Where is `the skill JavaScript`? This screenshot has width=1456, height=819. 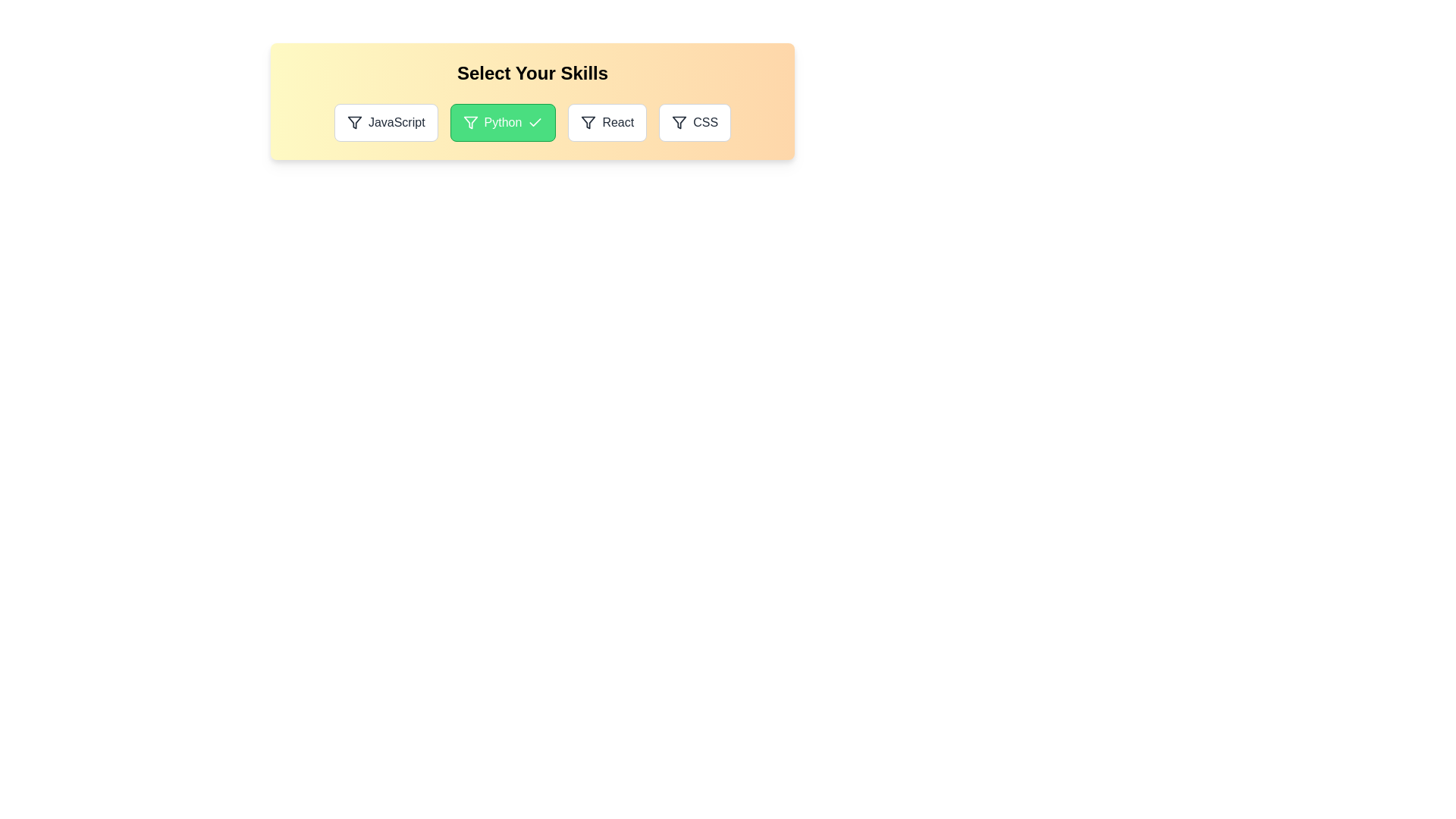
the skill JavaScript is located at coordinates (386, 122).